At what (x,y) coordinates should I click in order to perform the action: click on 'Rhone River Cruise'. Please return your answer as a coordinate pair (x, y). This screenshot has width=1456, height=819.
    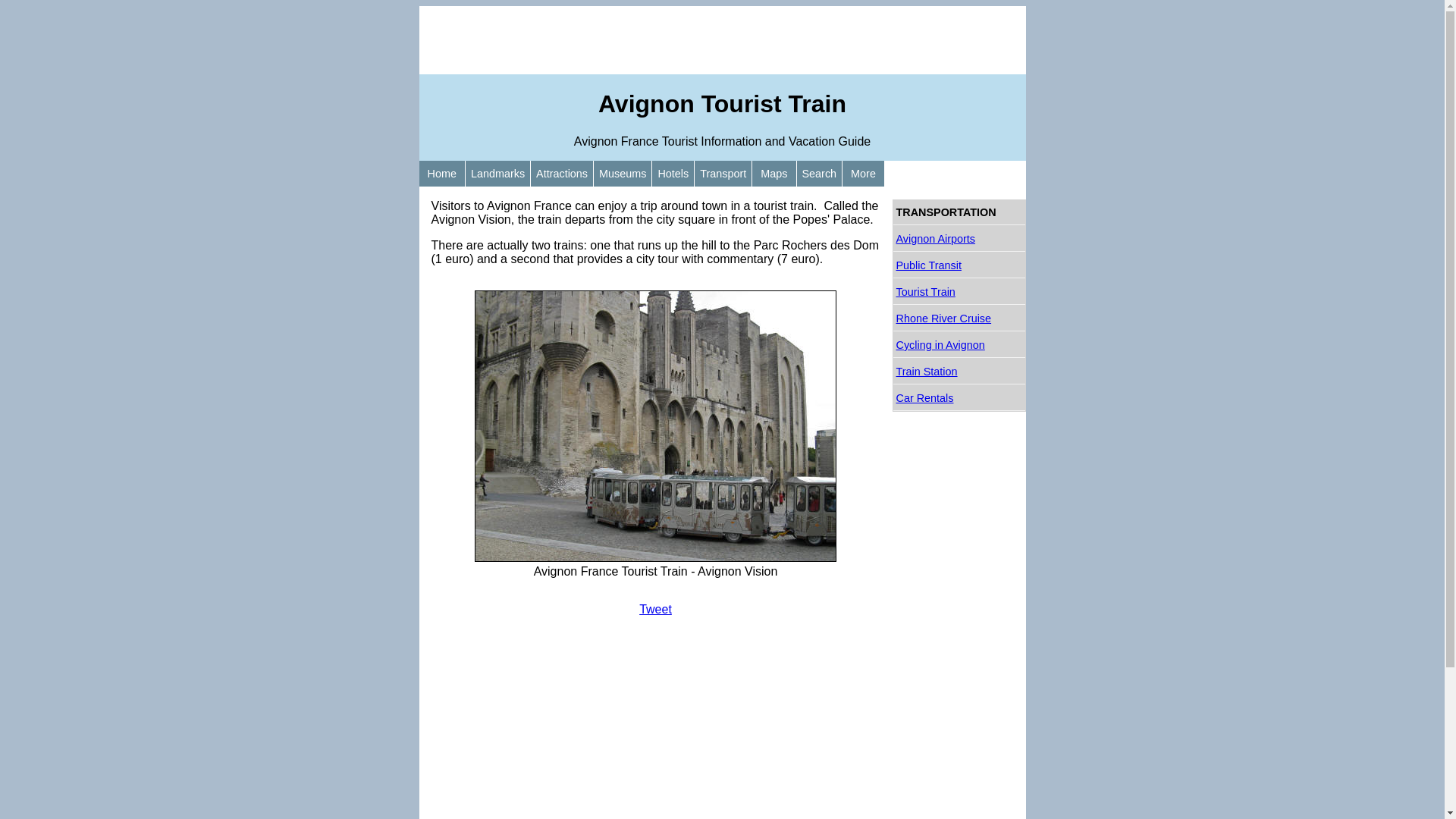
    Looking at the image, I should click on (959, 318).